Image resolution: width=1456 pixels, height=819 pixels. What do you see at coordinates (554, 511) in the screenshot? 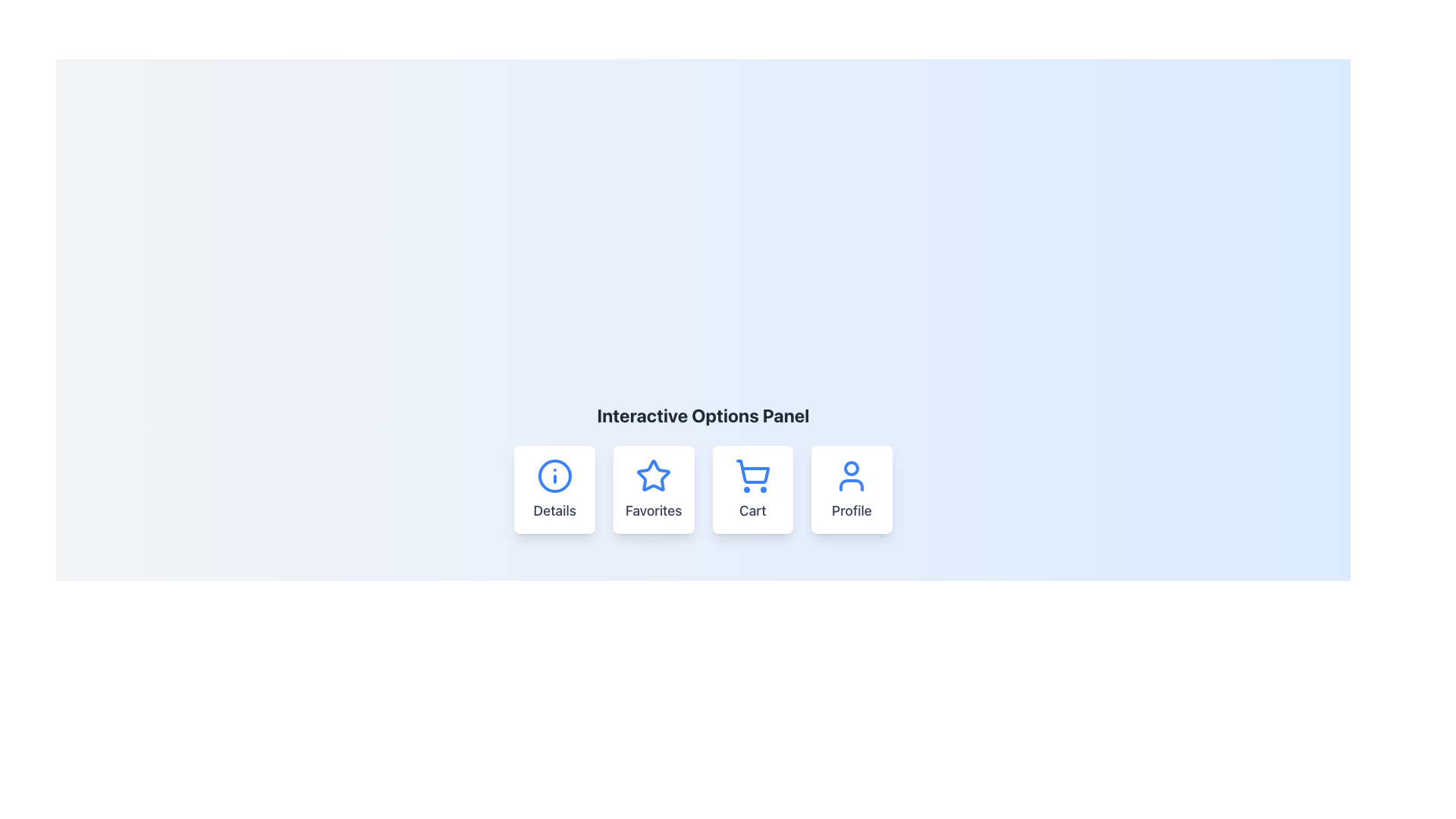
I see `the 'Details' text label, which is displayed in a medium-sized, dark gray font and is located beneath an information icon in a circular outline` at bounding box center [554, 511].